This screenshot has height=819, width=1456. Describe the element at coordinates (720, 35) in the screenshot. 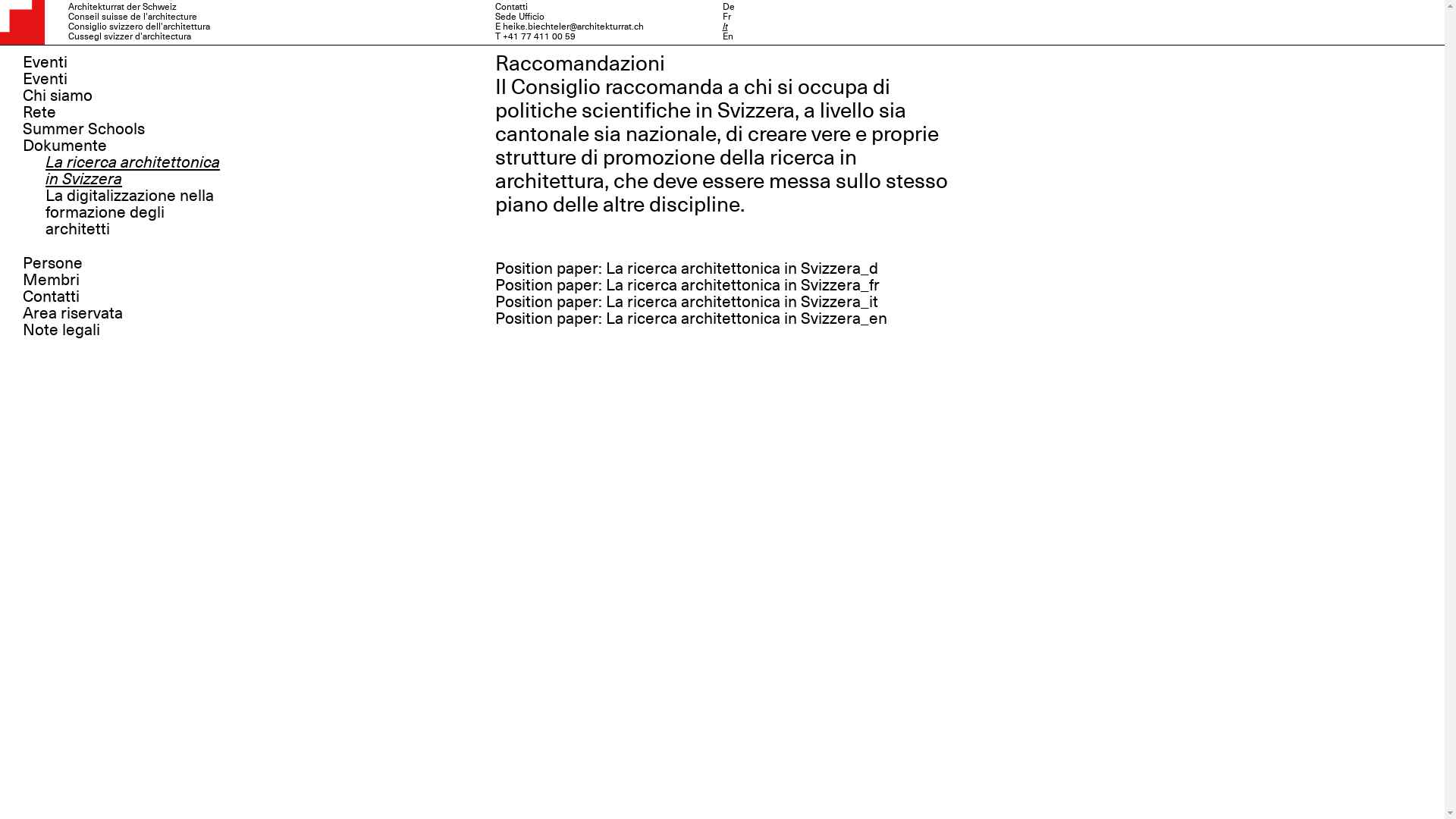

I see `'En'` at that location.